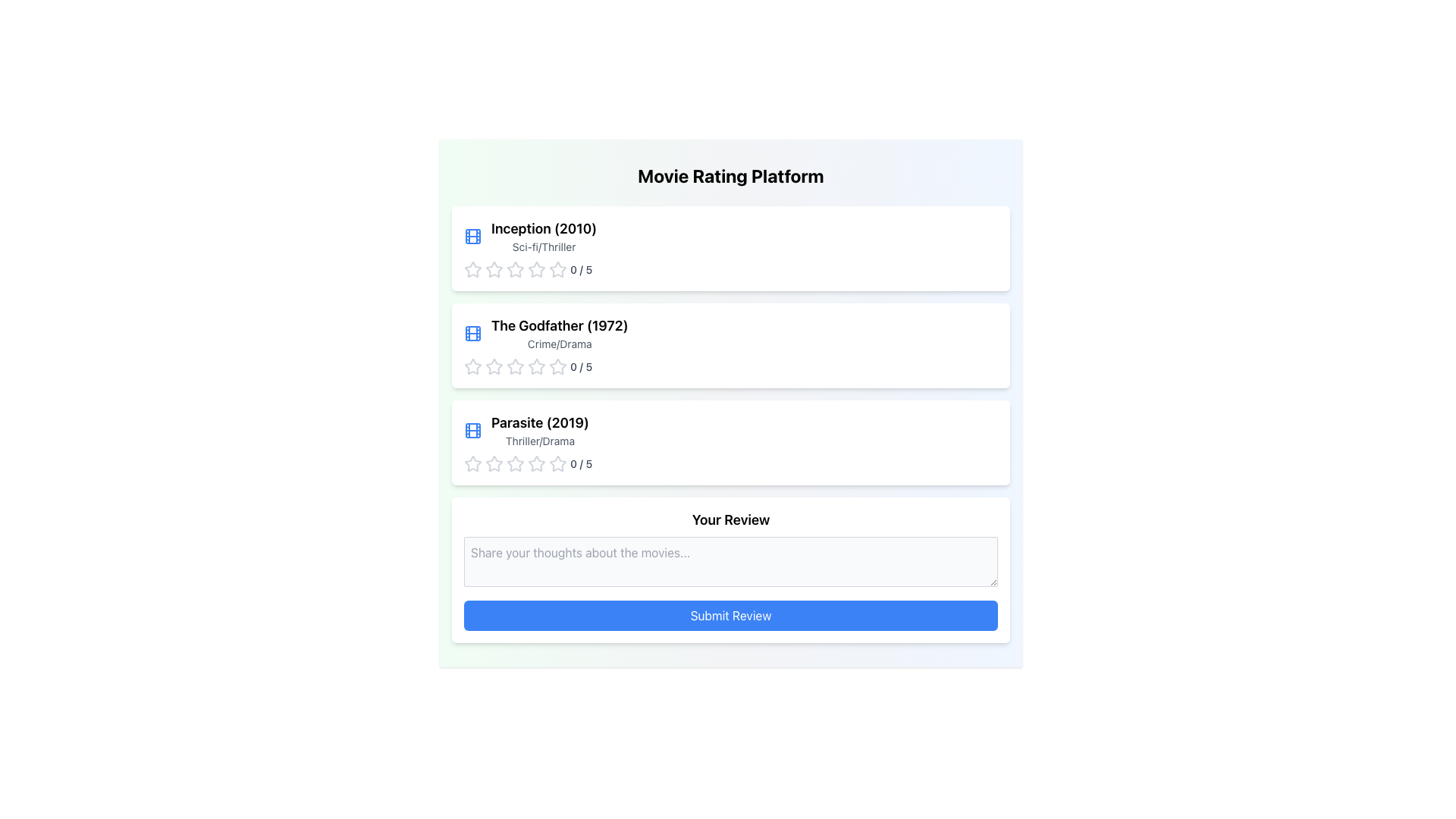  I want to click on the first rating star for the movie 'Parasite (2019)', so click(472, 463).